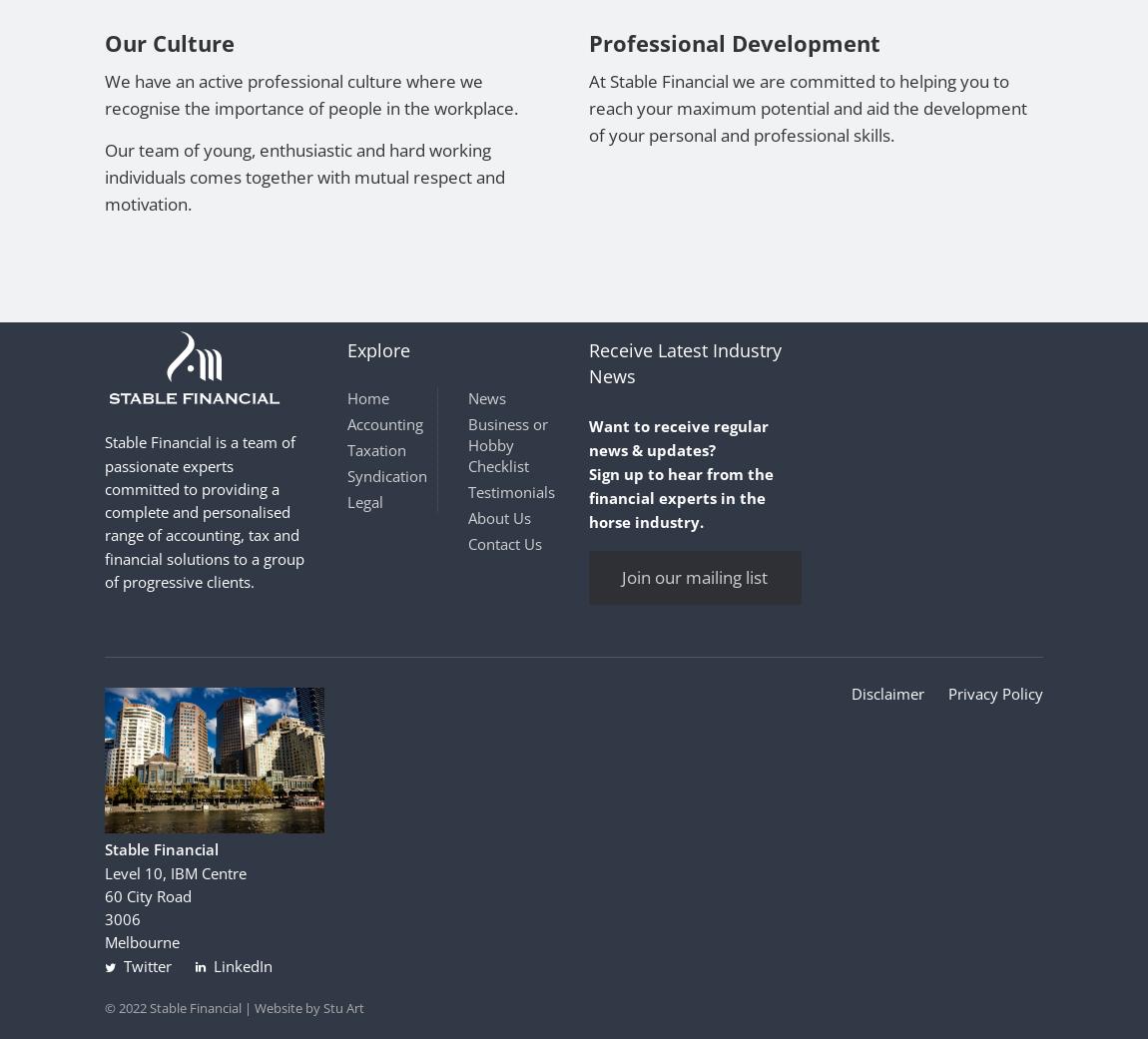  I want to click on 'Professional Development', so click(734, 41).